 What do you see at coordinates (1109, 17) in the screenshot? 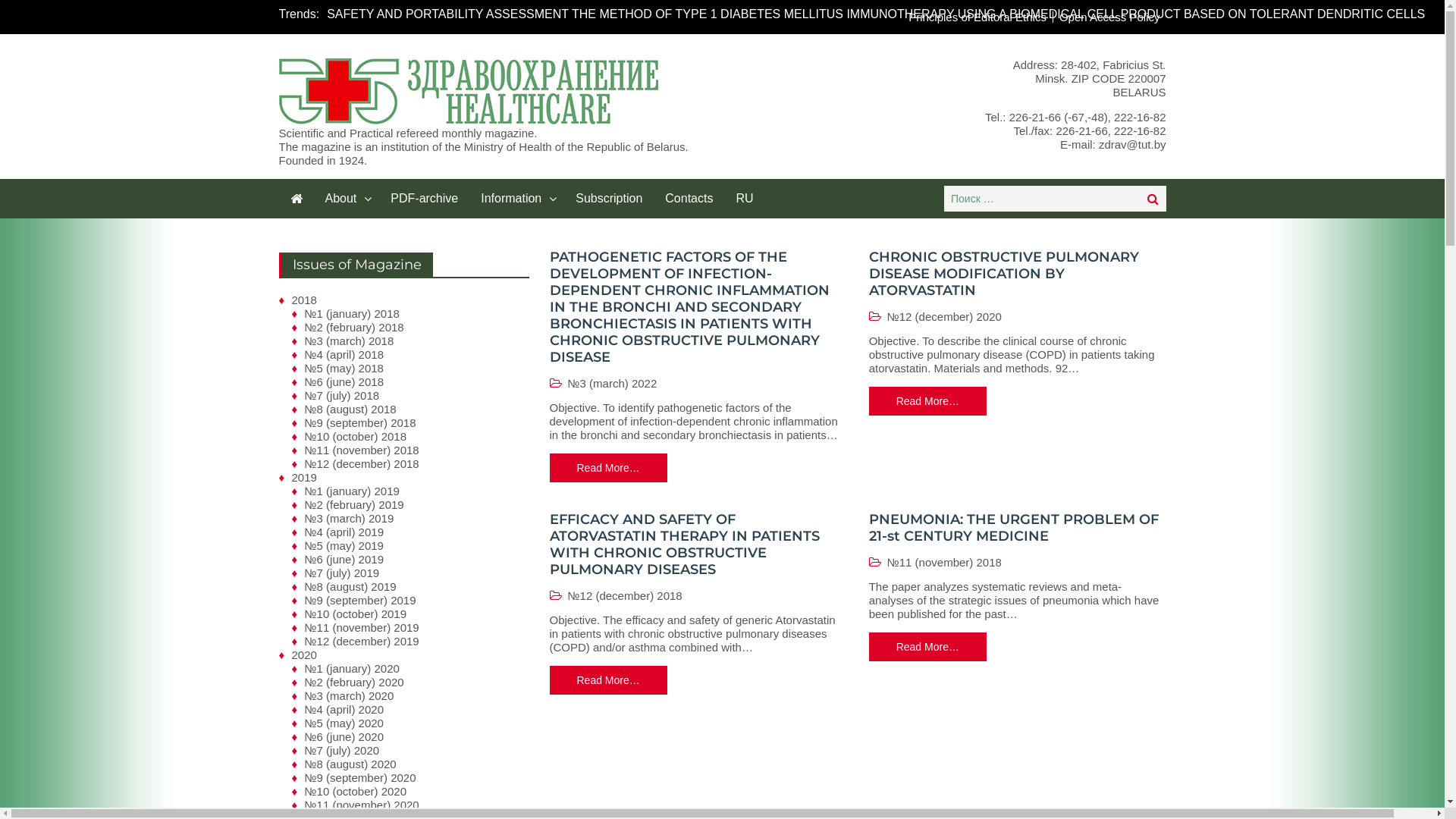
I see `'Open Access Policy'` at bounding box center [1109, 17].